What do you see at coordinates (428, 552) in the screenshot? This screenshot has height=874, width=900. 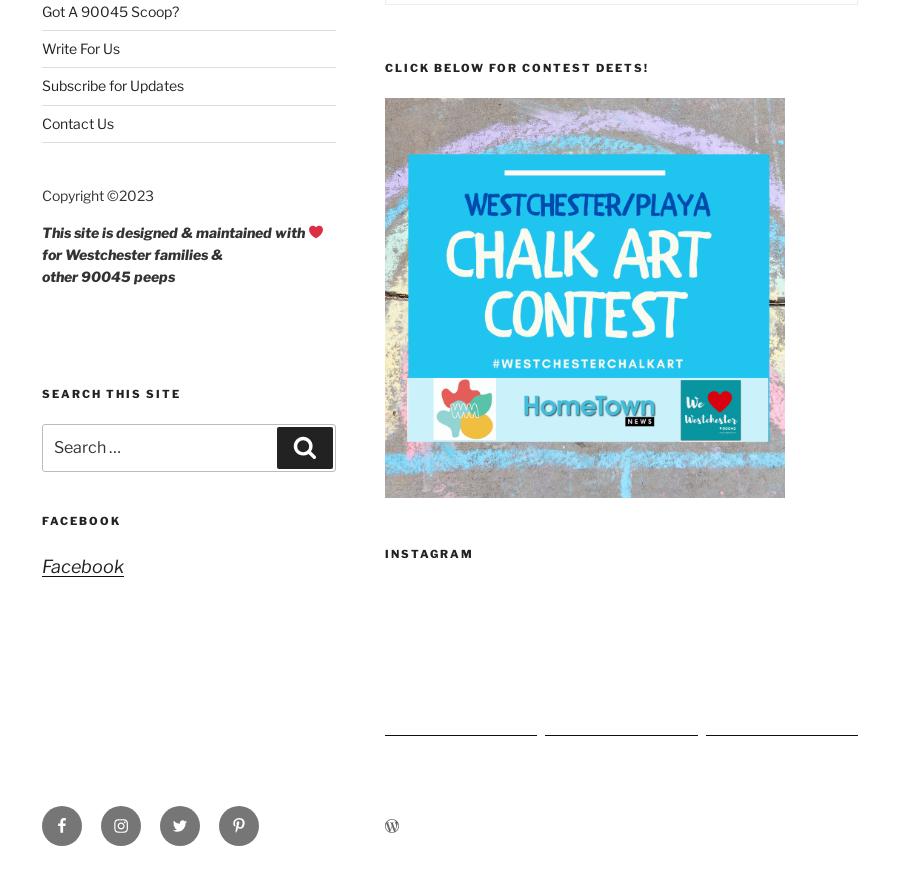 I see `'Instagram'` at bounding box center [428, 552].